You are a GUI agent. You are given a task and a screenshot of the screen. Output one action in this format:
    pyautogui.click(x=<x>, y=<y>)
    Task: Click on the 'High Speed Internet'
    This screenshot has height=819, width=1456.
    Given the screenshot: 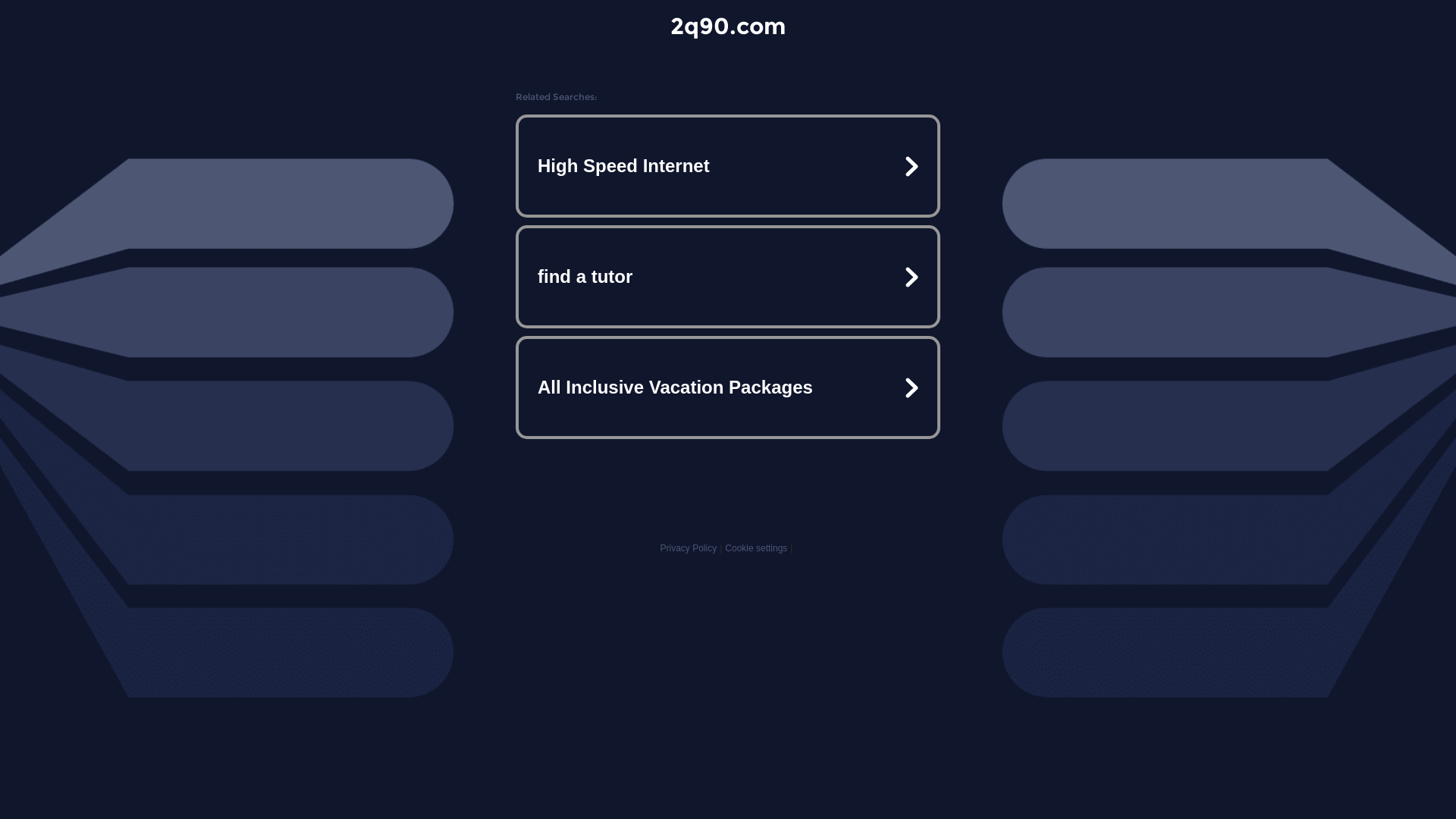 What is the action you would take?
    pyautogui.click(x=728, y=166)
    